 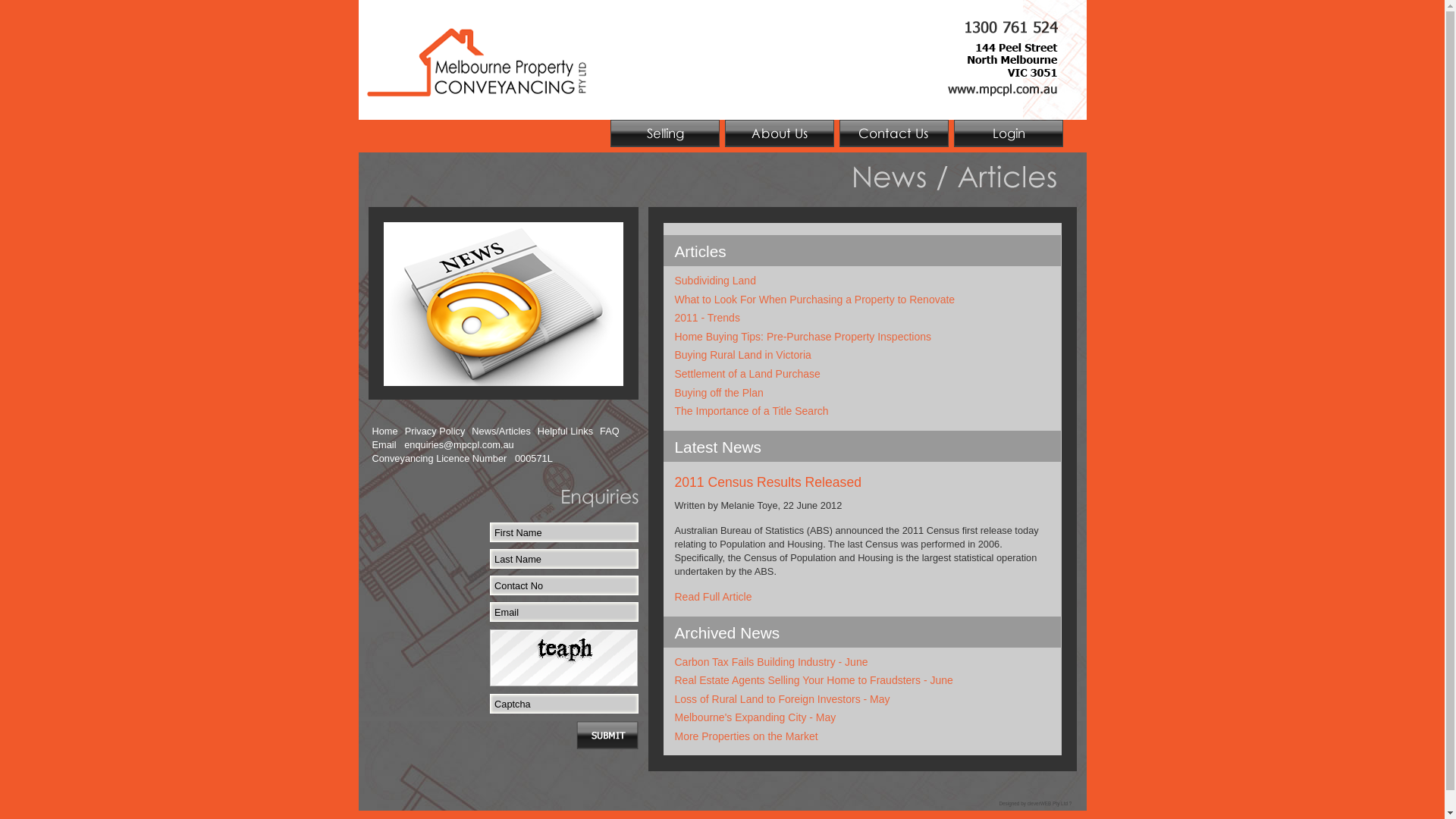 I want to click on 'Home', so click(x=384, y=431).